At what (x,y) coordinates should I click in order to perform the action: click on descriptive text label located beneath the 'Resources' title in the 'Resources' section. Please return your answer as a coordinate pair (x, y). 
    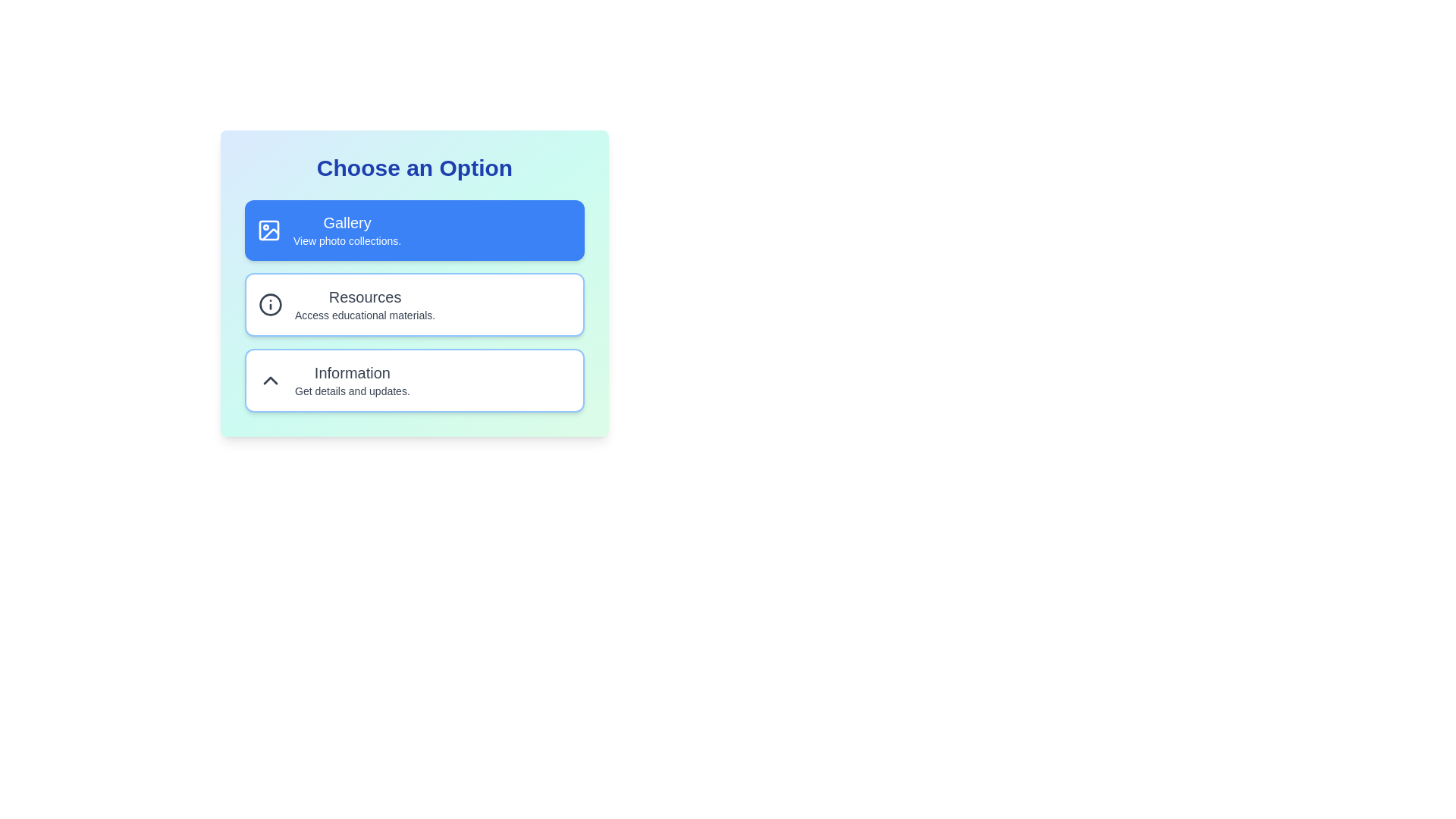
    Looking at the image, I should click on (365, 315).